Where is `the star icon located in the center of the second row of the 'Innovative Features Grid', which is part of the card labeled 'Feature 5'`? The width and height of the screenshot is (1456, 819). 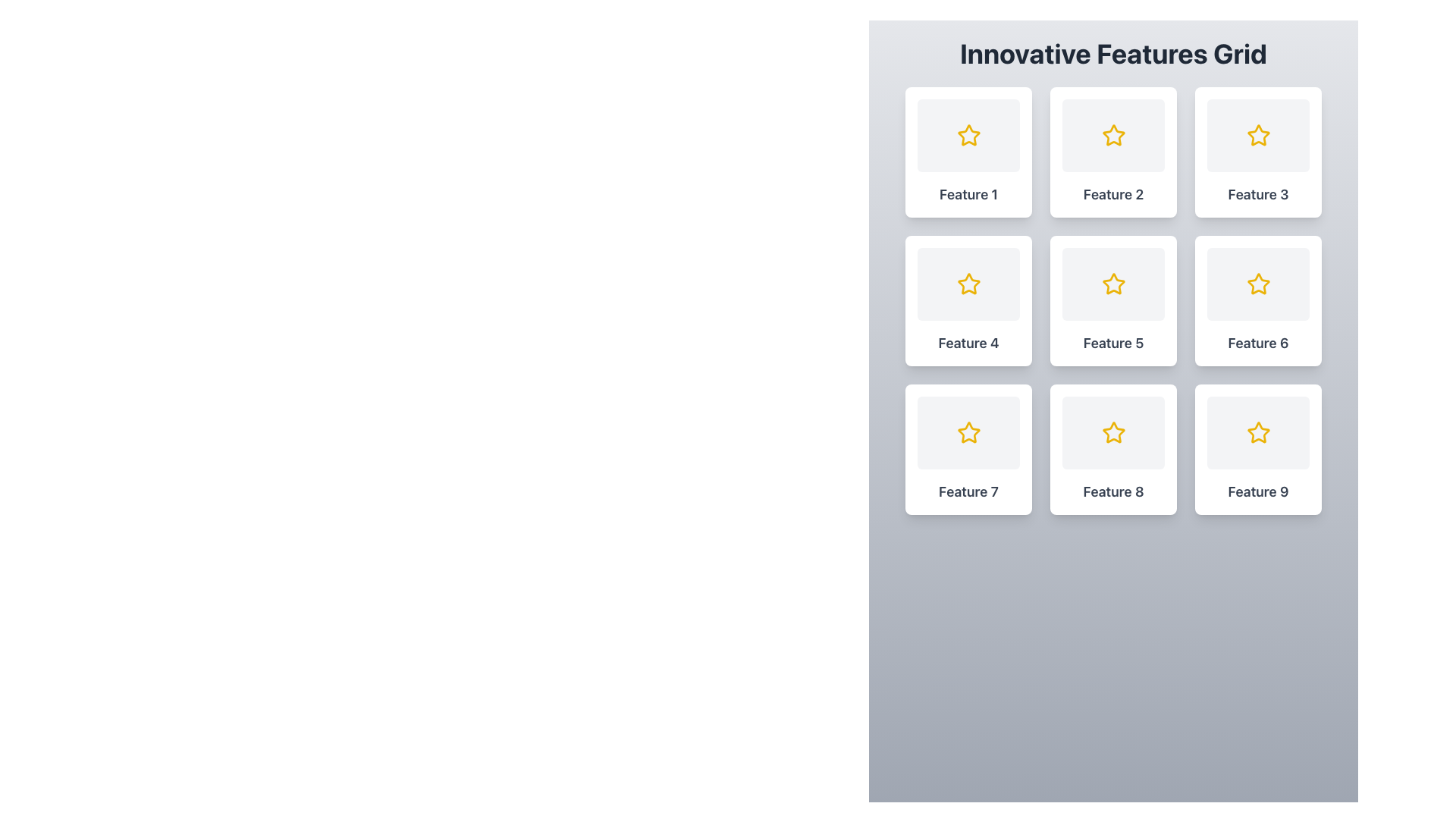 the star icon located in the center of the second row of the 'Innovative Features Grid', which is part of the card labeled 'Feature 5' is located at coordinates (1113, 284).